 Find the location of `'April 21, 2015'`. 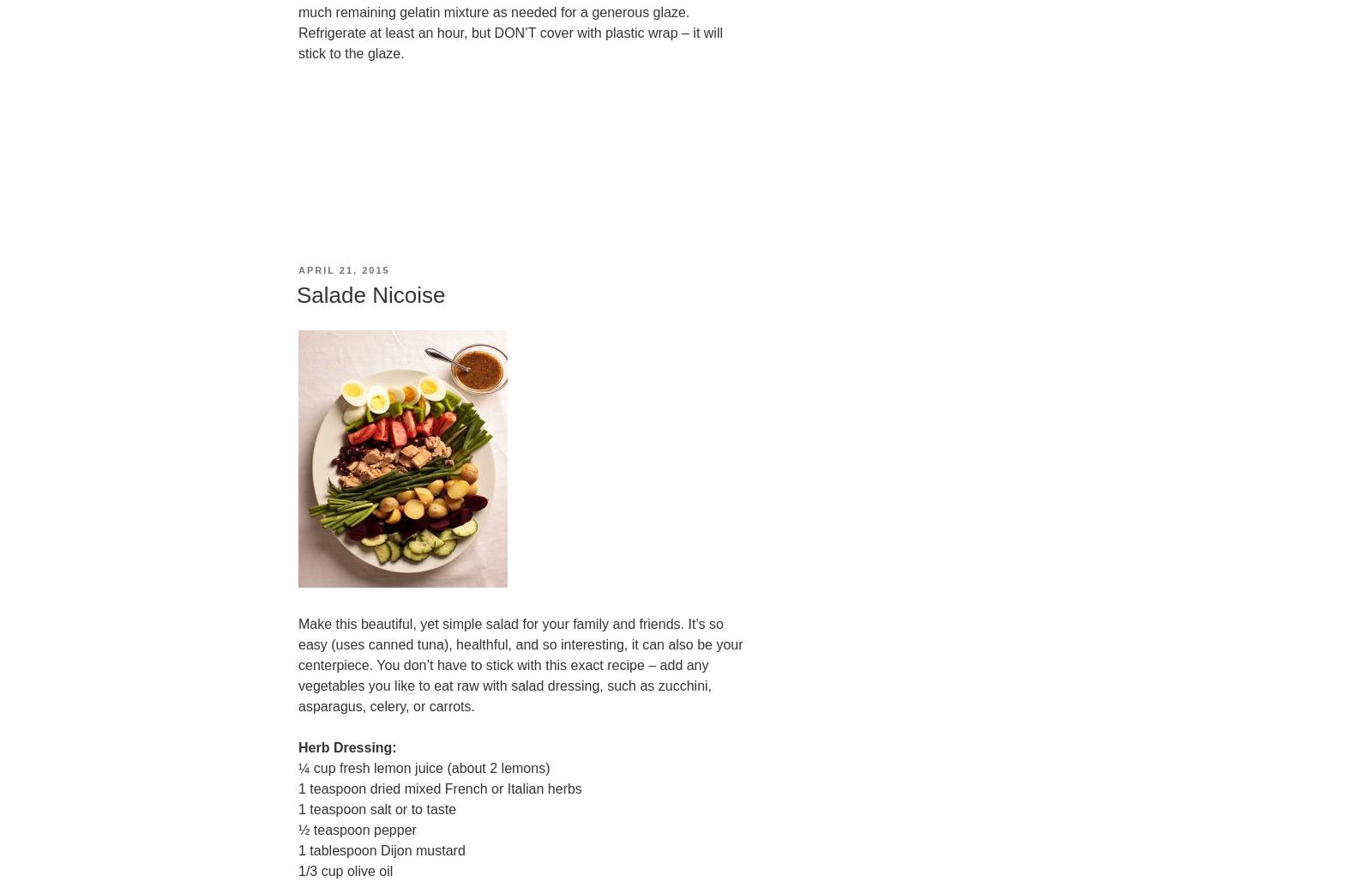

'April 21, 2015' is located at coordinates (343, 269).